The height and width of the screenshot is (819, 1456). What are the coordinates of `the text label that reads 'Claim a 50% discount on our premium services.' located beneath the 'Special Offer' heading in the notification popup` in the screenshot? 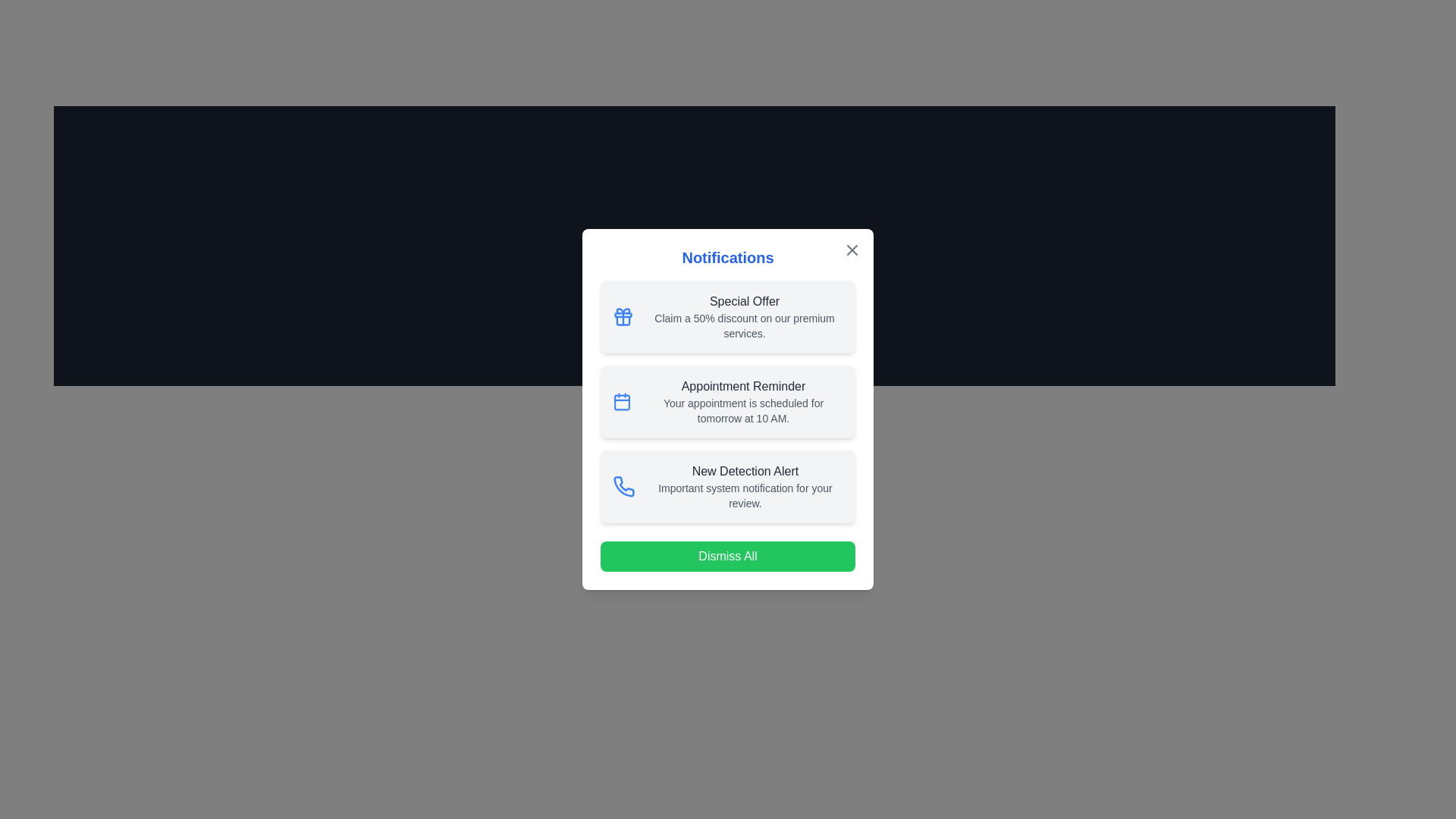 It's located at (745, 325).